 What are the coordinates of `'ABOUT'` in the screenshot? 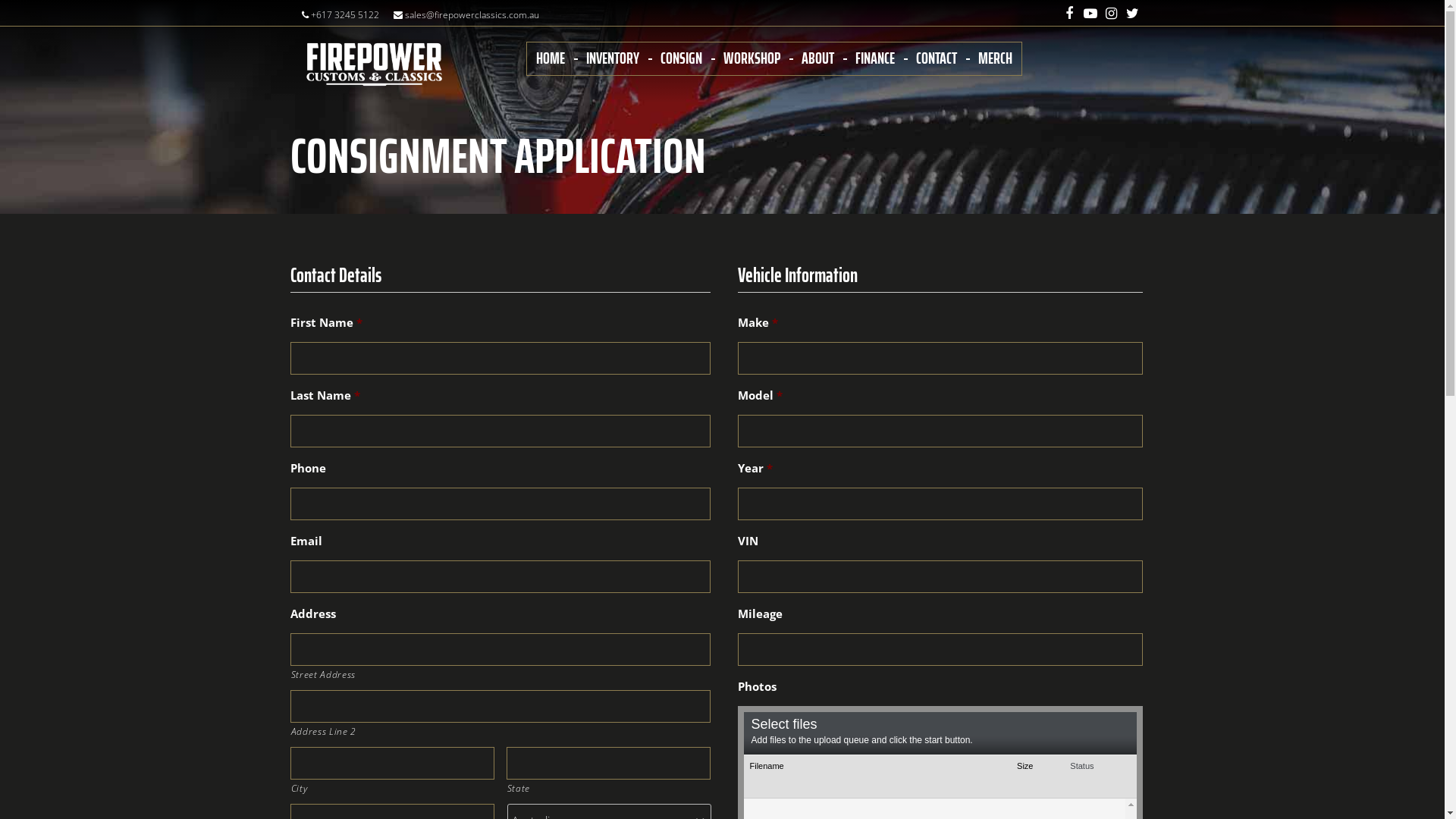 It's located at (816, 57).